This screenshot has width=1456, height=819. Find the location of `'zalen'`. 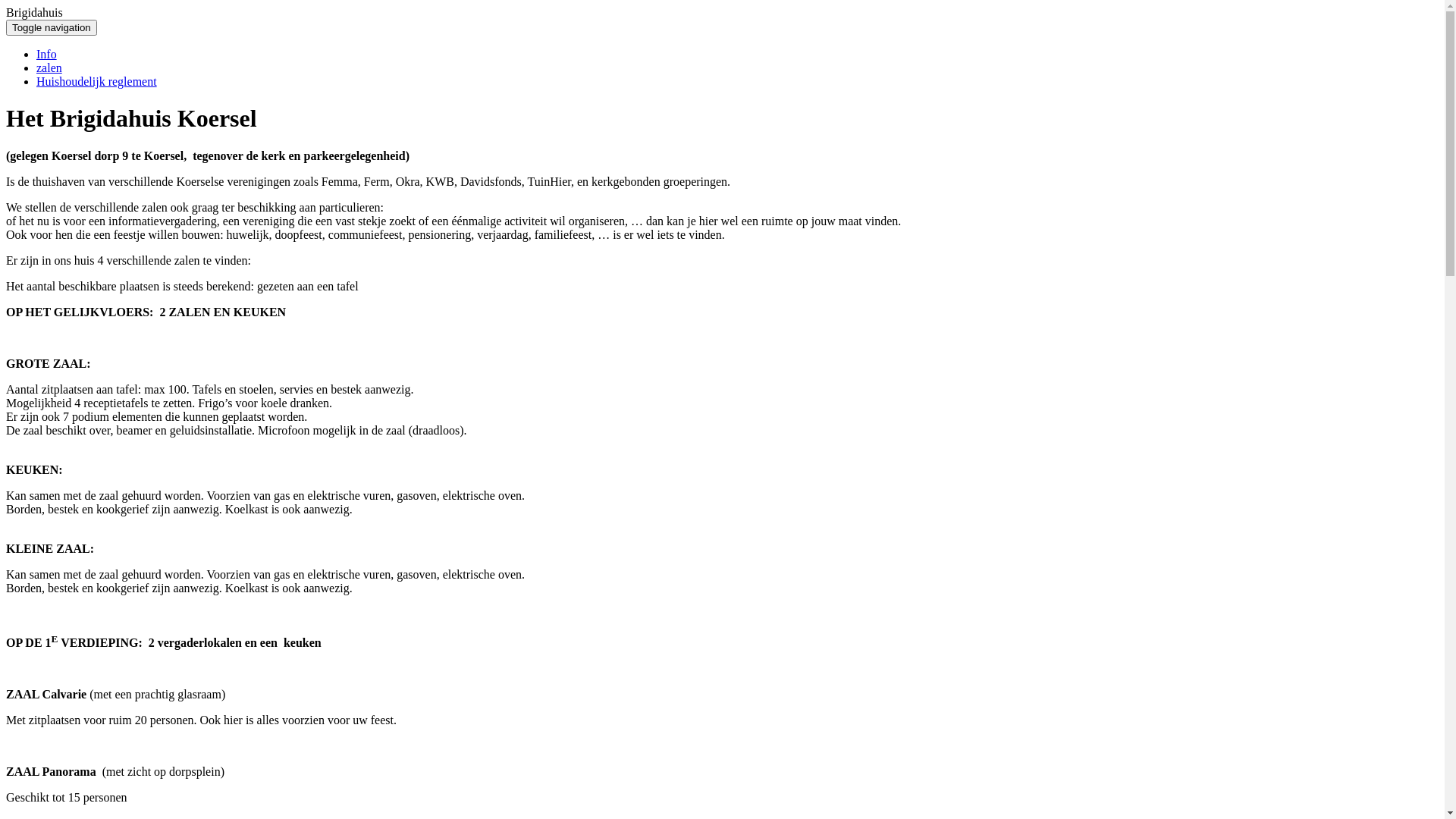

'zalen' is located at coordinates (49, 67).